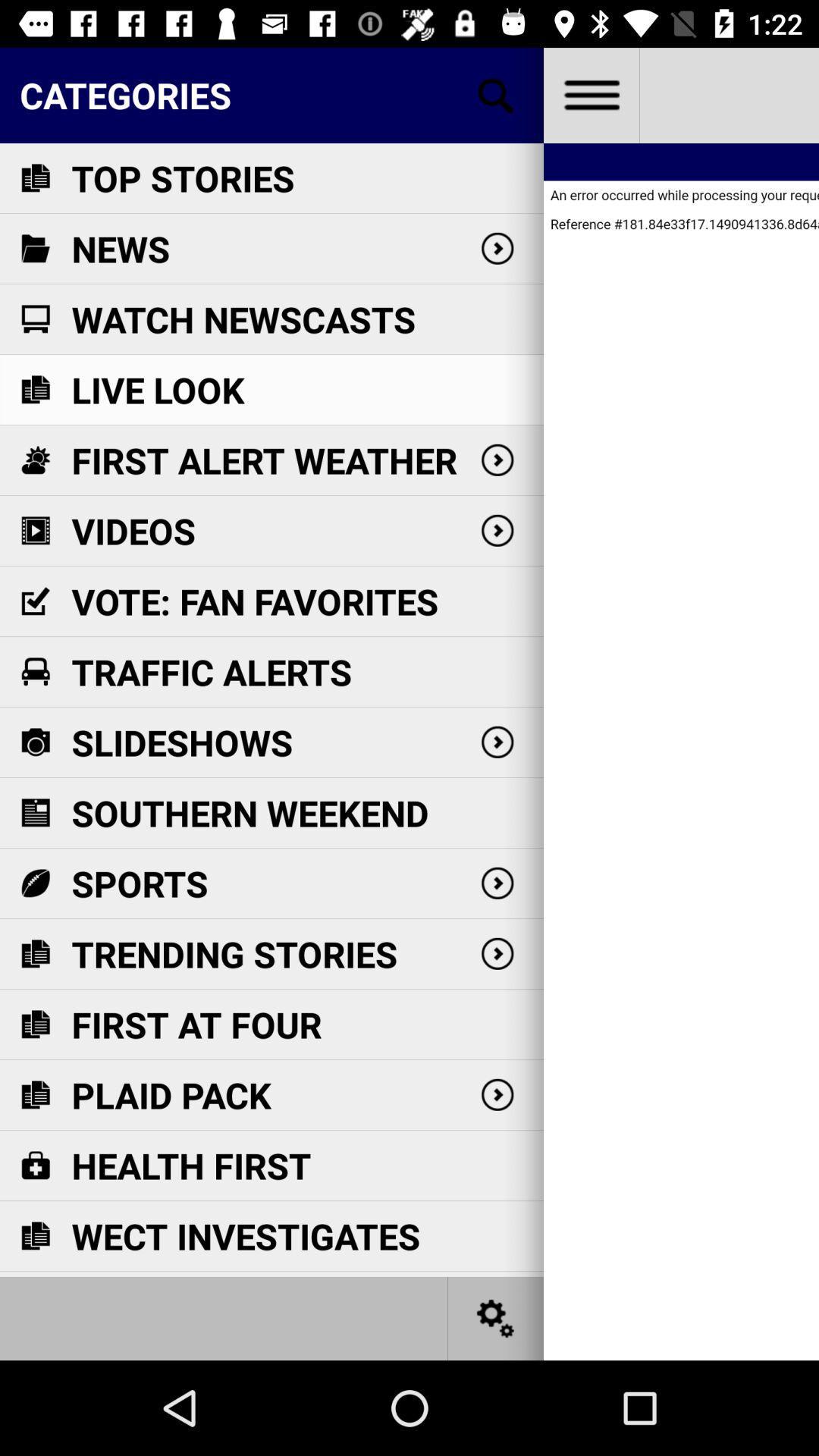 The image size is (819, 1456). I want to click on the search icon, so click(496, 94).